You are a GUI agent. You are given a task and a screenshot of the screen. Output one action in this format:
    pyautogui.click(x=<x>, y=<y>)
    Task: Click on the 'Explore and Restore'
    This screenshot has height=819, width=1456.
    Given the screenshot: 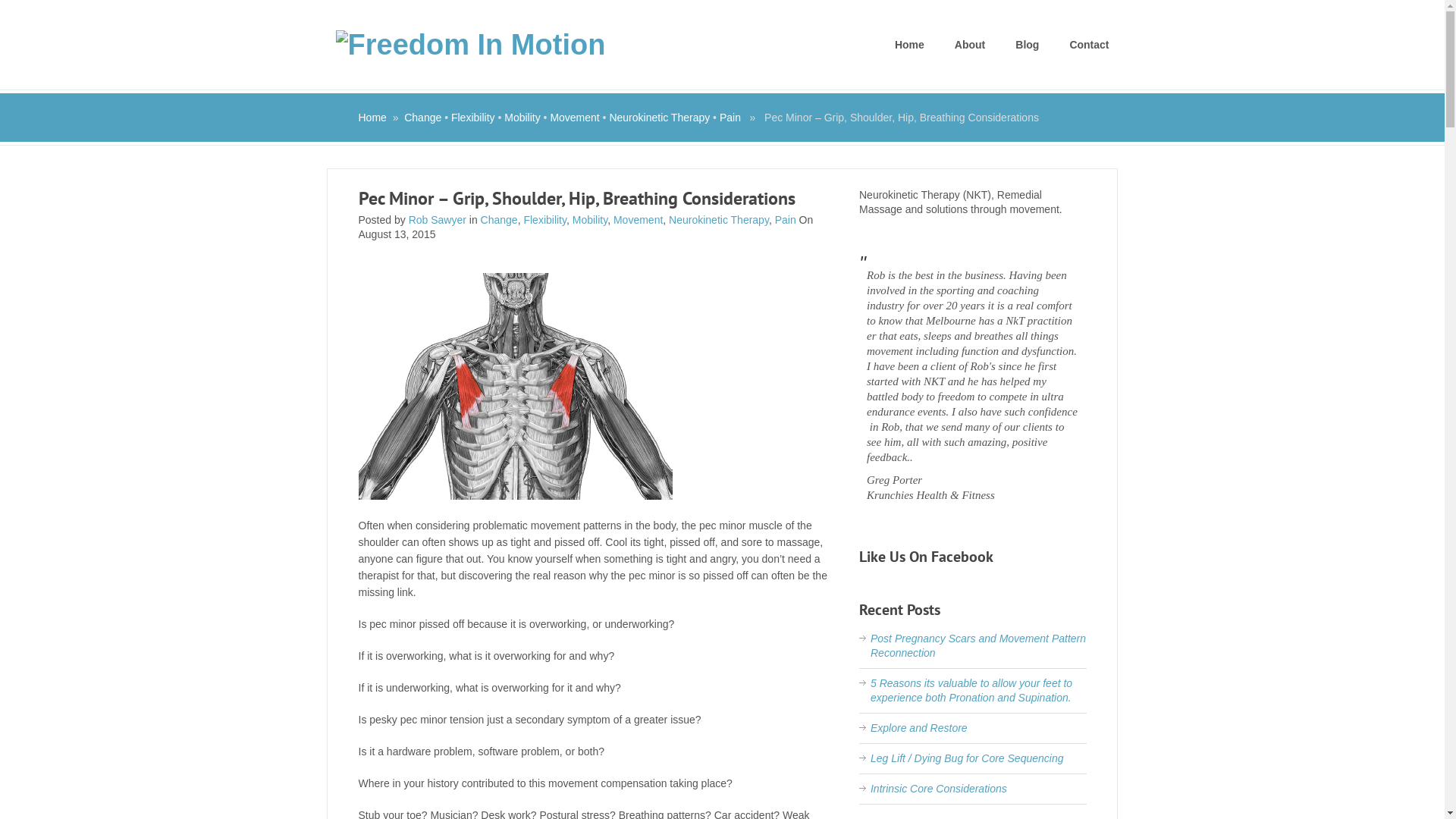 What is the action you would take?
    pyautogui.click(x=918, y=727)
    